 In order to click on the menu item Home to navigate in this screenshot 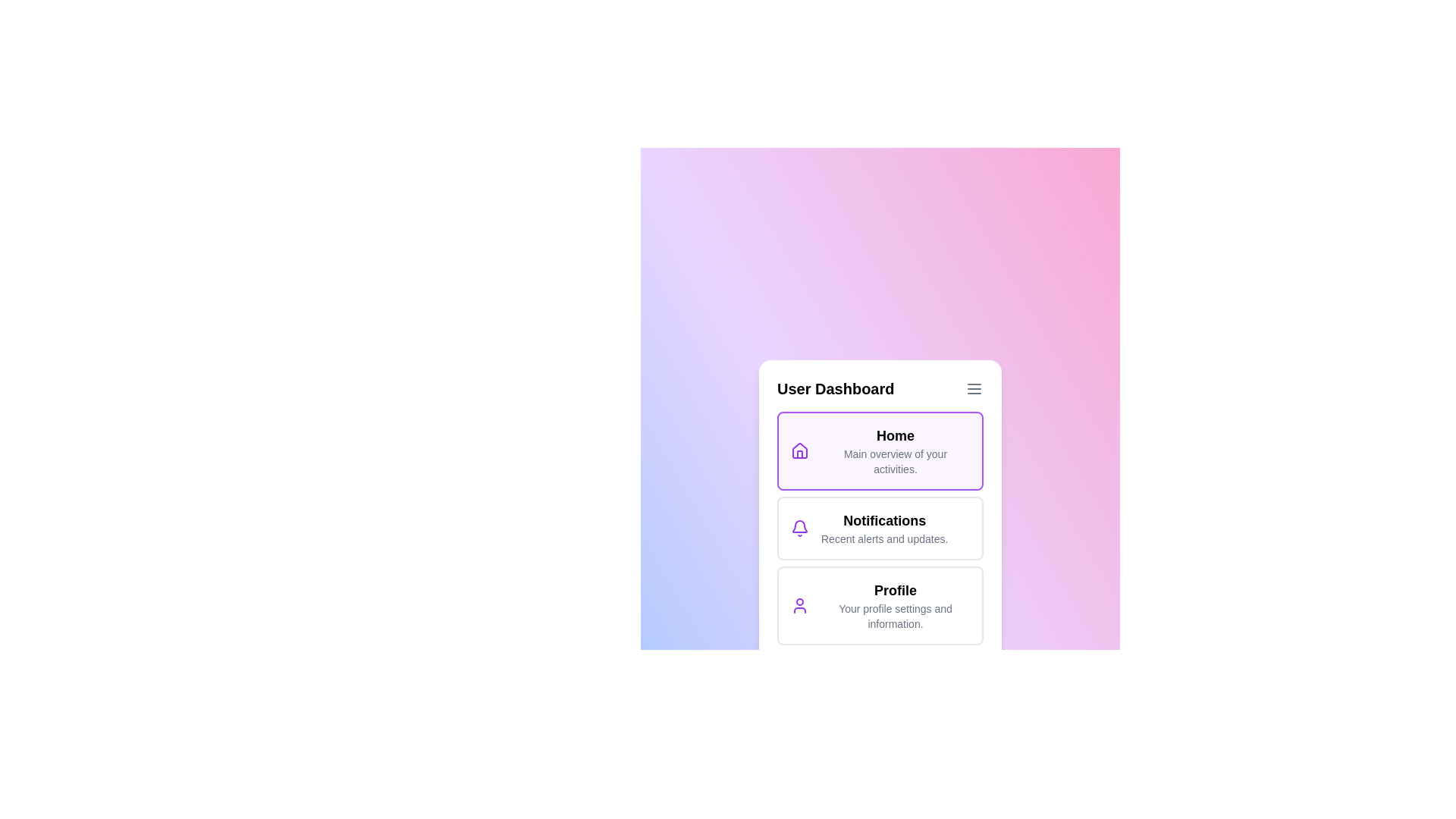, I will do `click(880, 450)`.